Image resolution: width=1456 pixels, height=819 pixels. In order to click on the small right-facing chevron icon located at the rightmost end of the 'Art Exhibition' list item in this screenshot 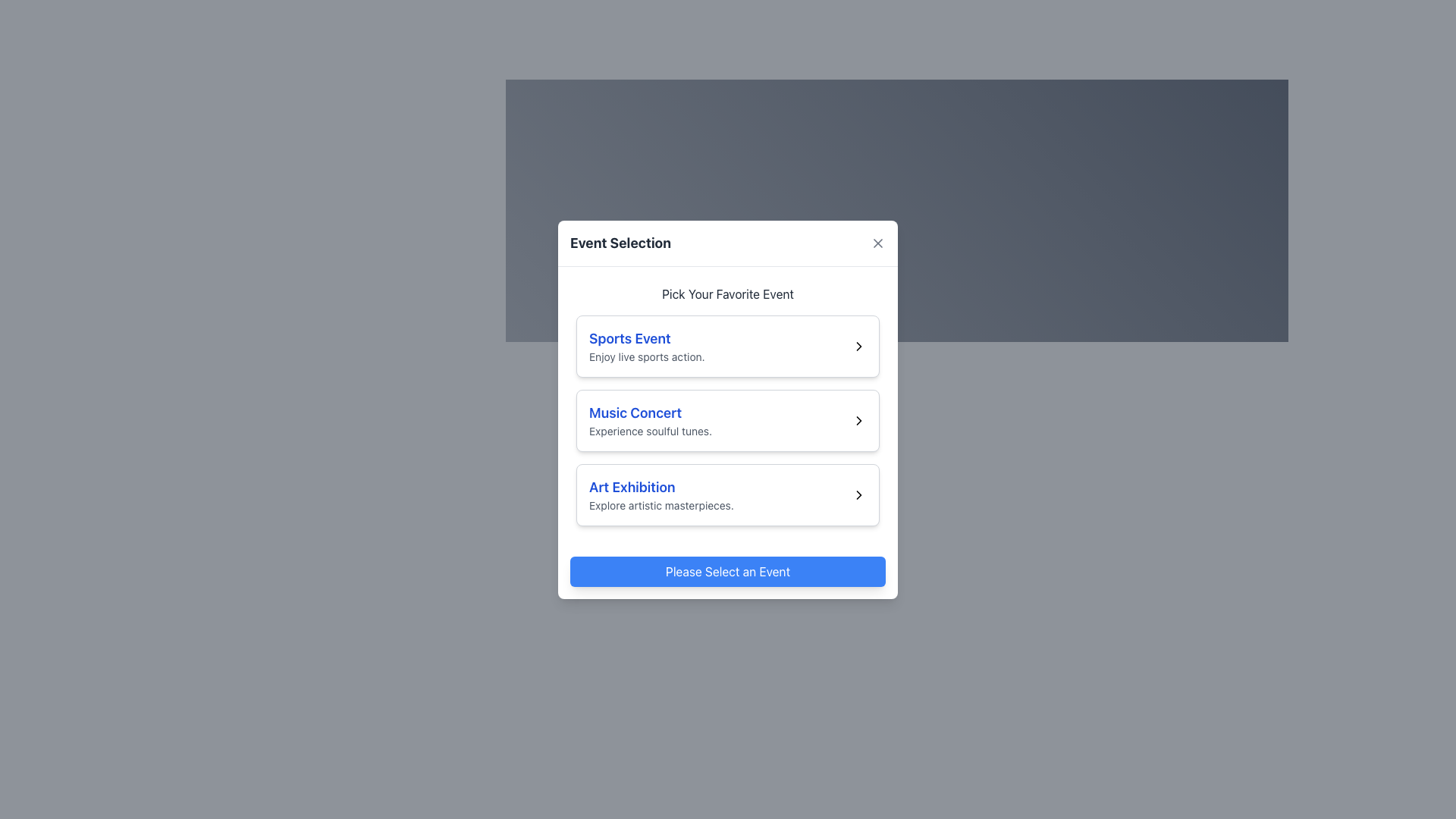, I will do `click(858, 494)`.